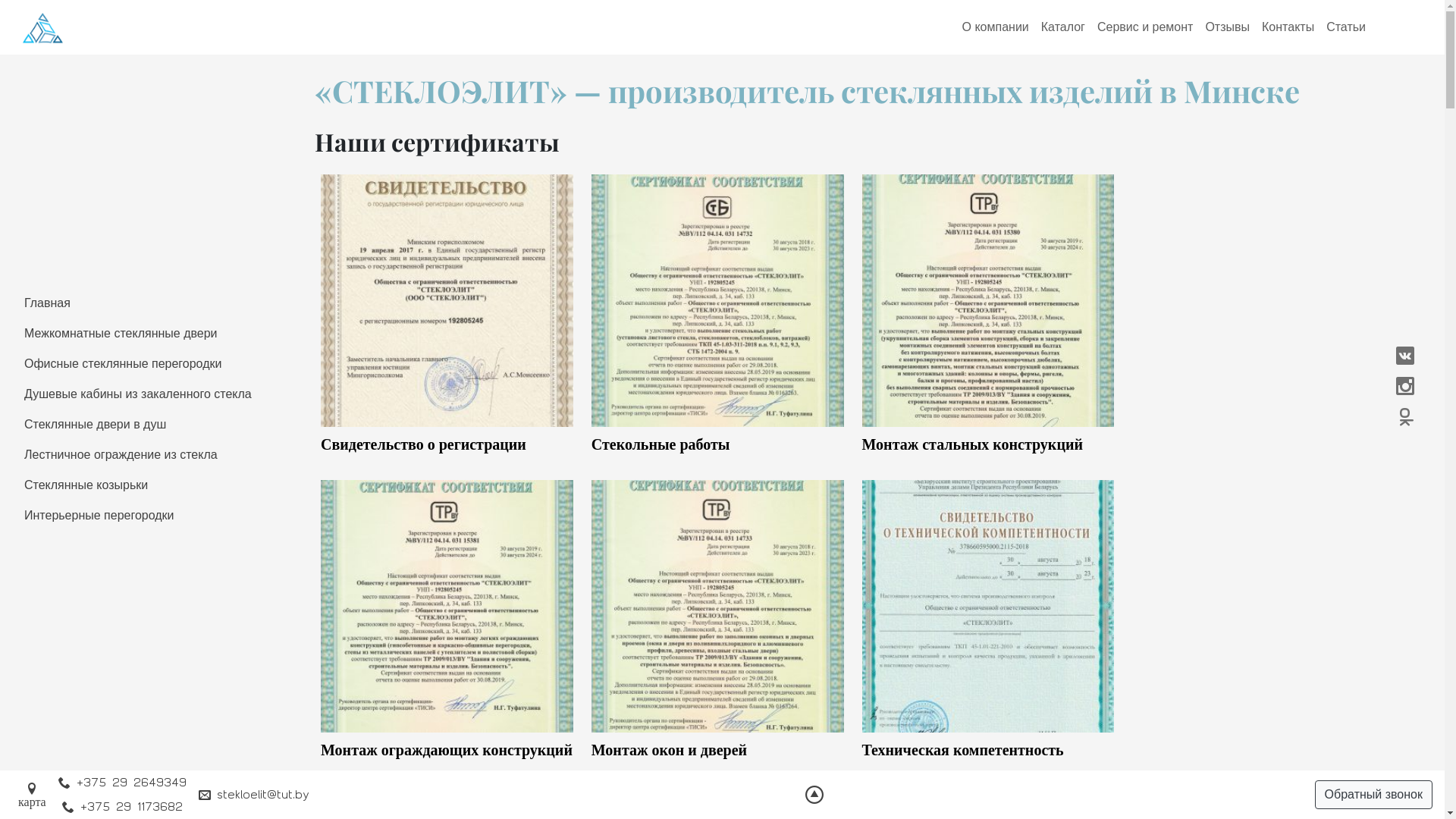 This screenshot has height=819, width=1456. I want to click on 'phone +375 29 2649349', so click(122, 783).